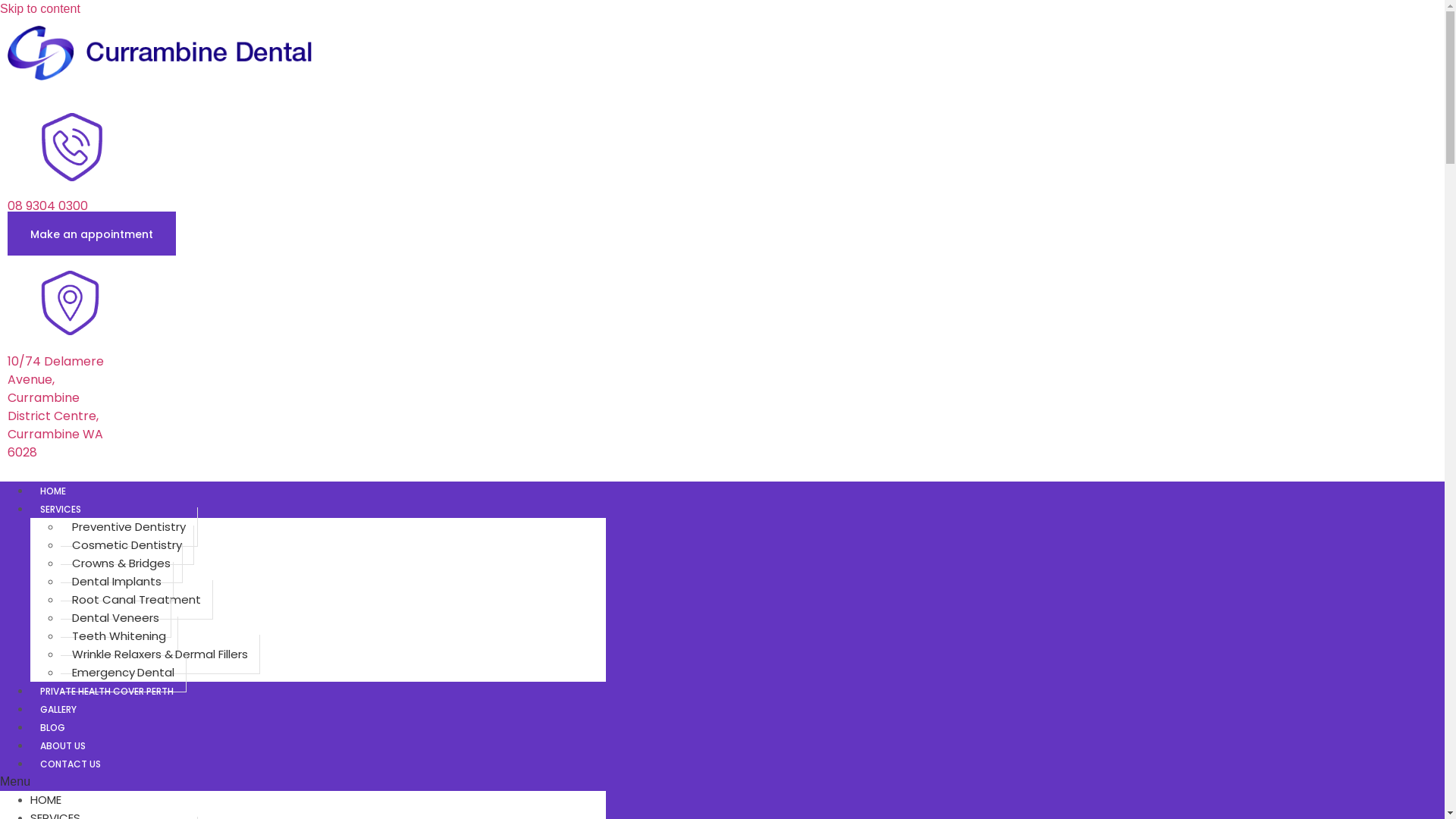 This screenshot has height=819, width=1456. I want to click on 'Dental Implants', so click(116, 581).